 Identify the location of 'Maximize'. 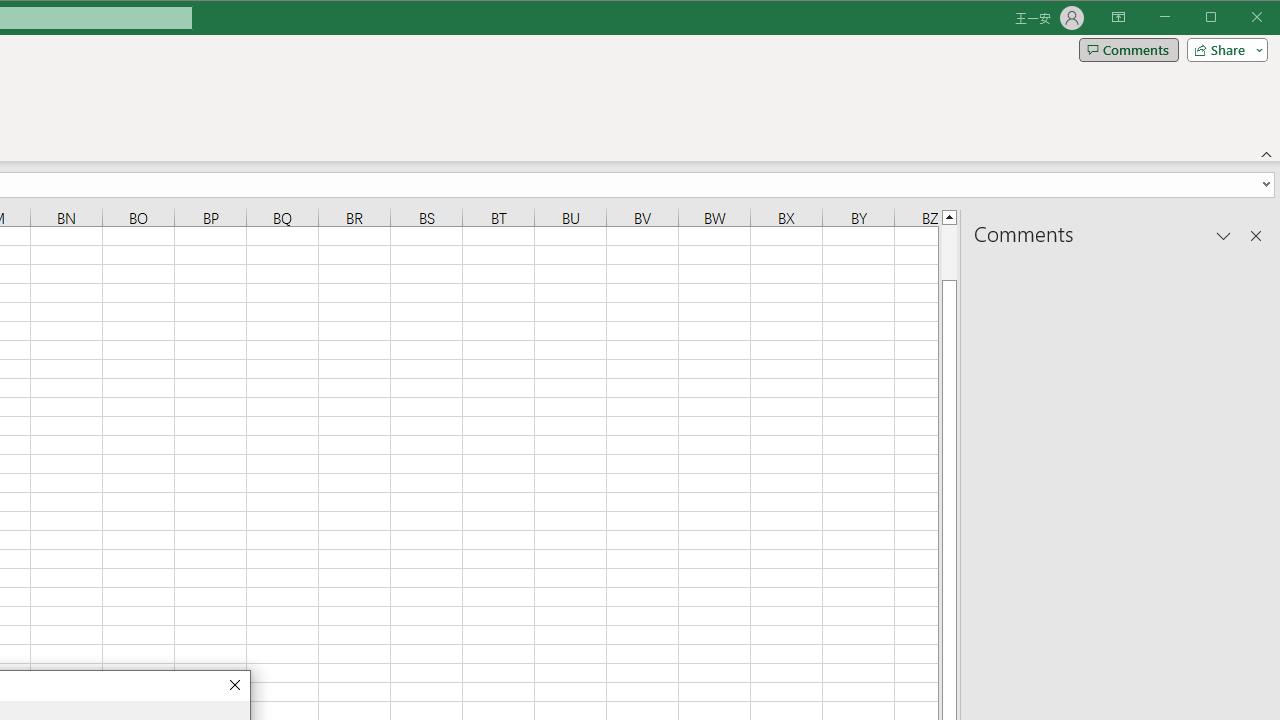
(1238, 19).